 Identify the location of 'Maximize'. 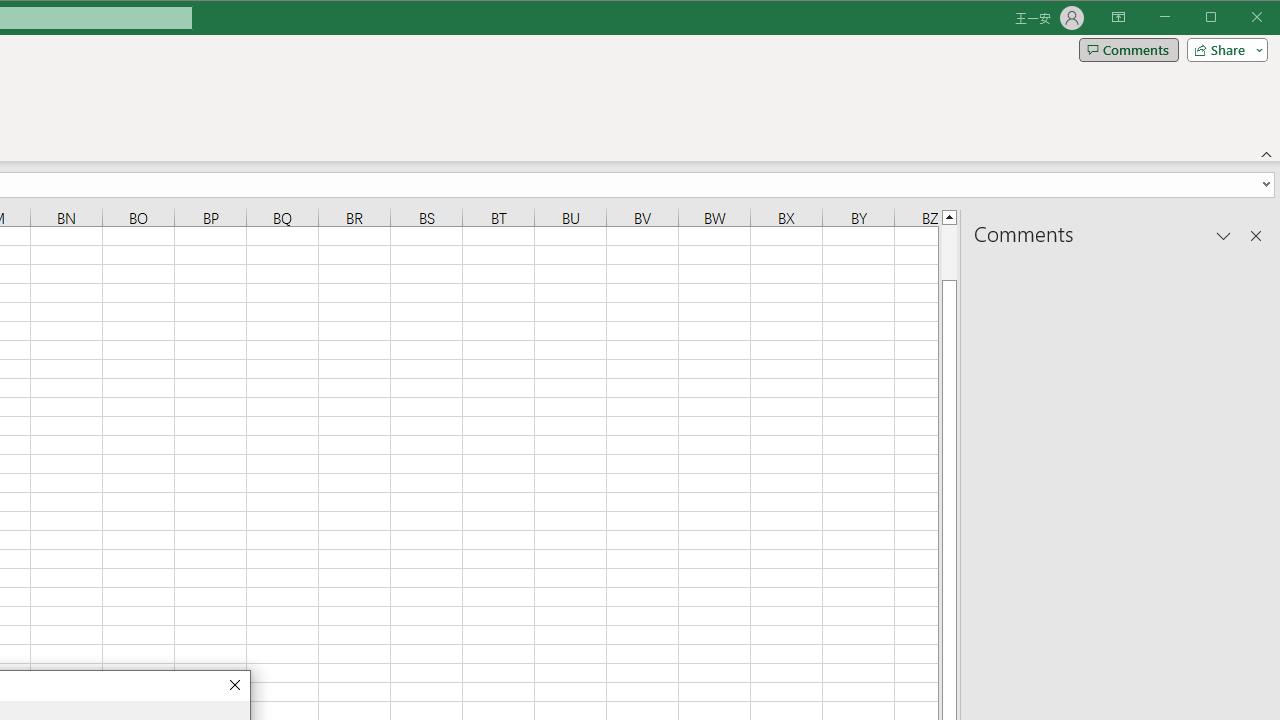
(1238, 19).